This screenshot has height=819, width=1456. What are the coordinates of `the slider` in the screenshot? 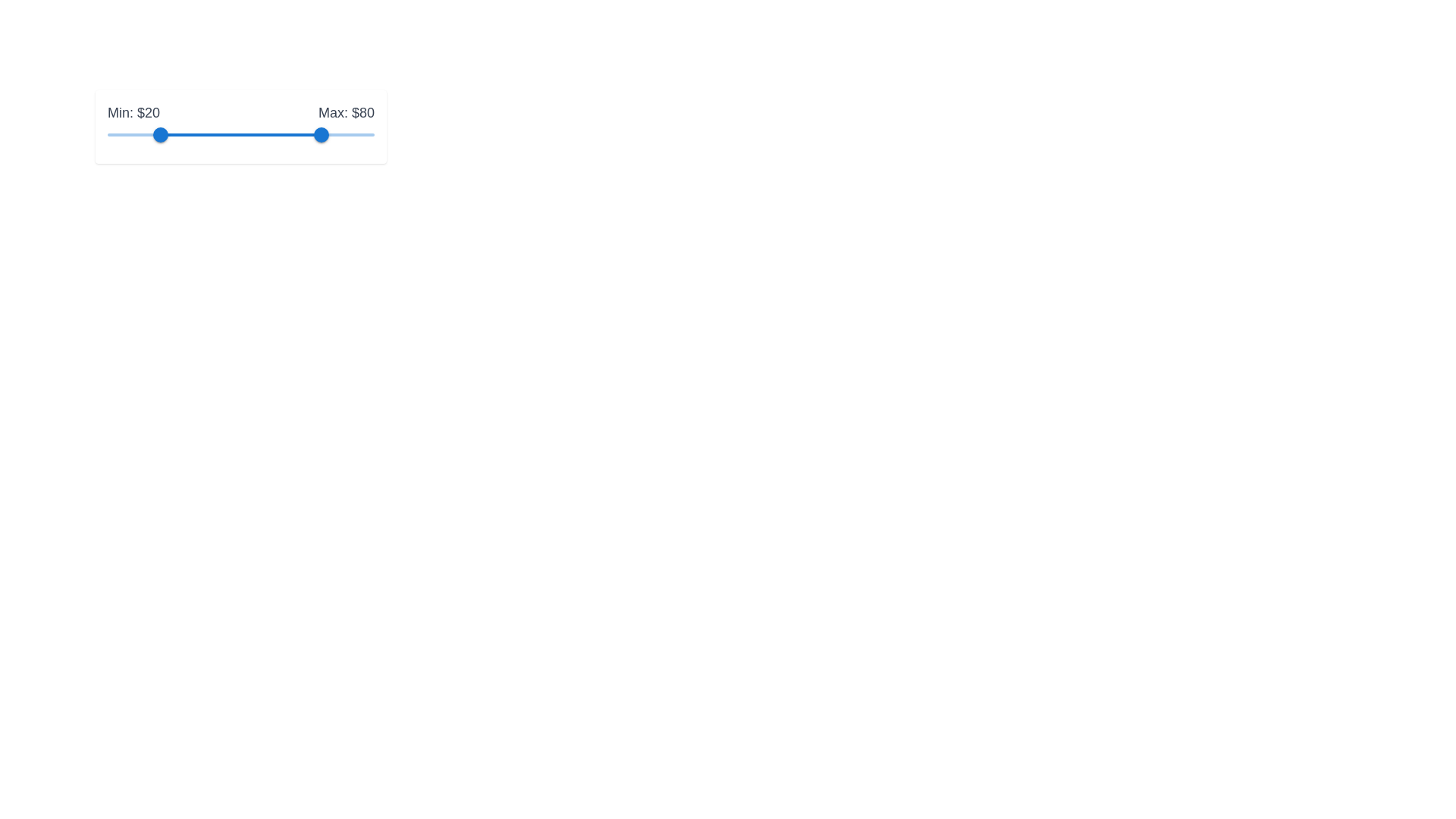 It's located at (226, 133).